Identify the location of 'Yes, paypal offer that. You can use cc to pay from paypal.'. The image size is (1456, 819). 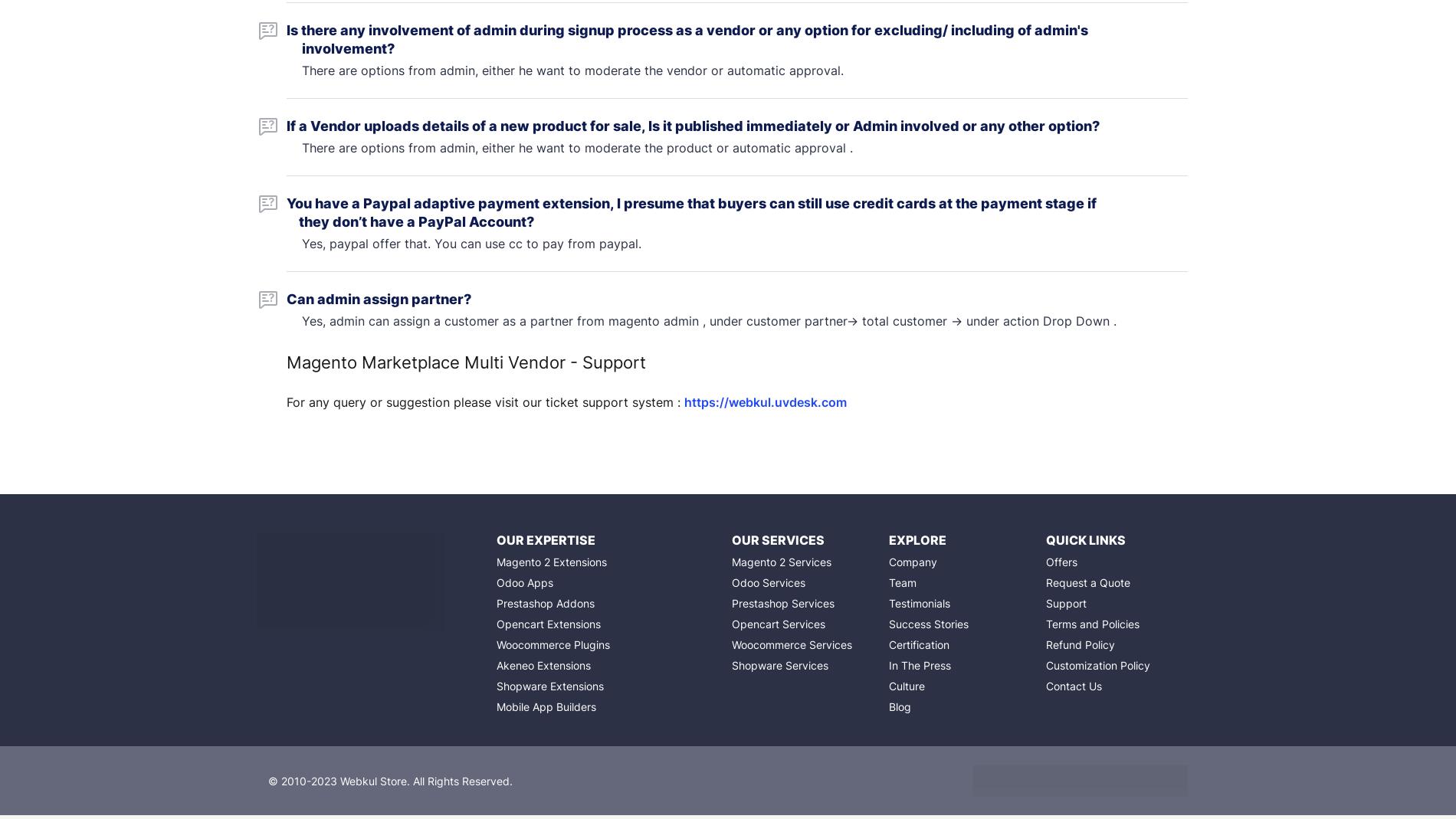
(285, 243).